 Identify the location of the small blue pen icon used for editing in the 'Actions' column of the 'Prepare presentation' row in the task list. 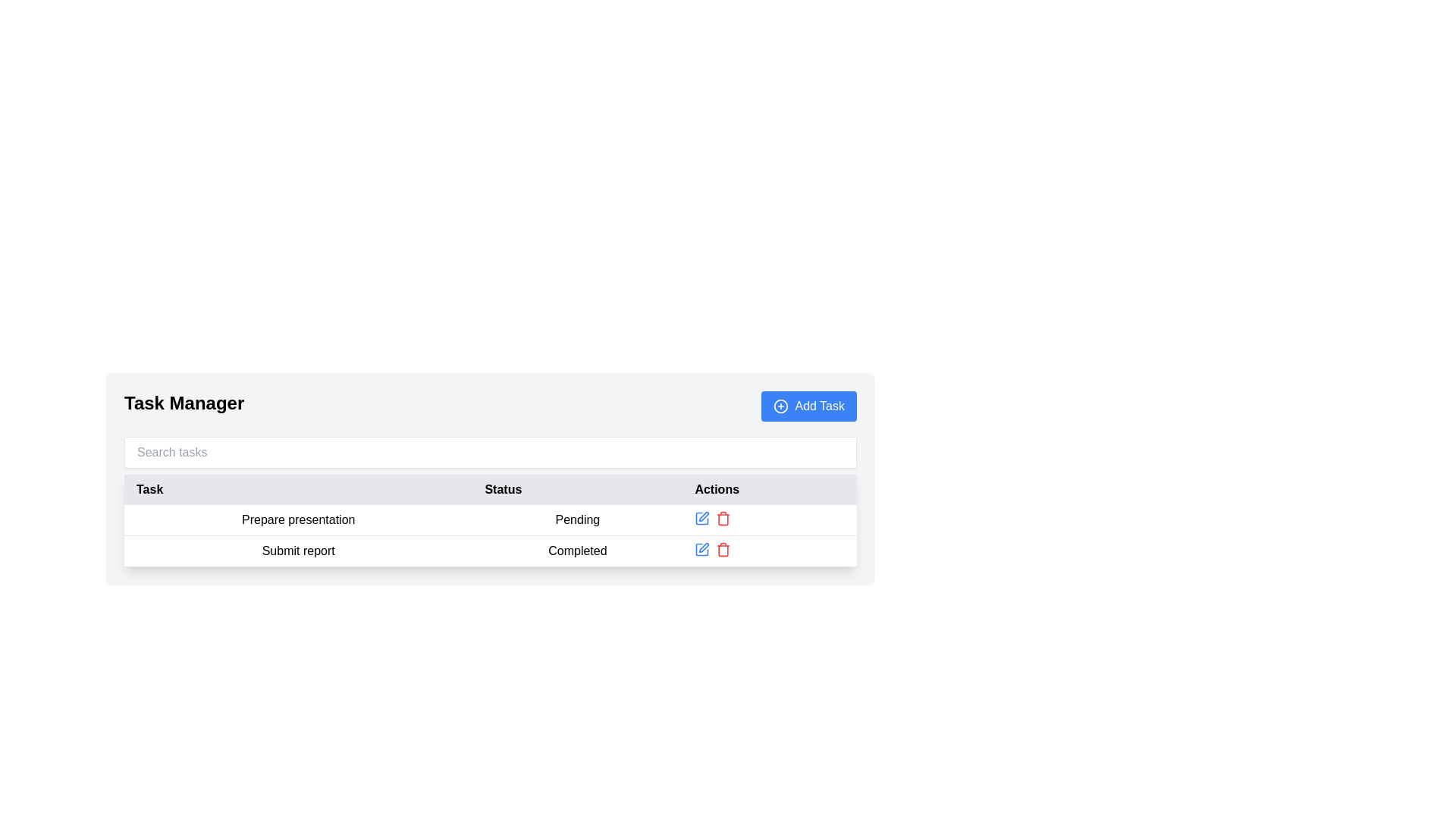
(701, 517).